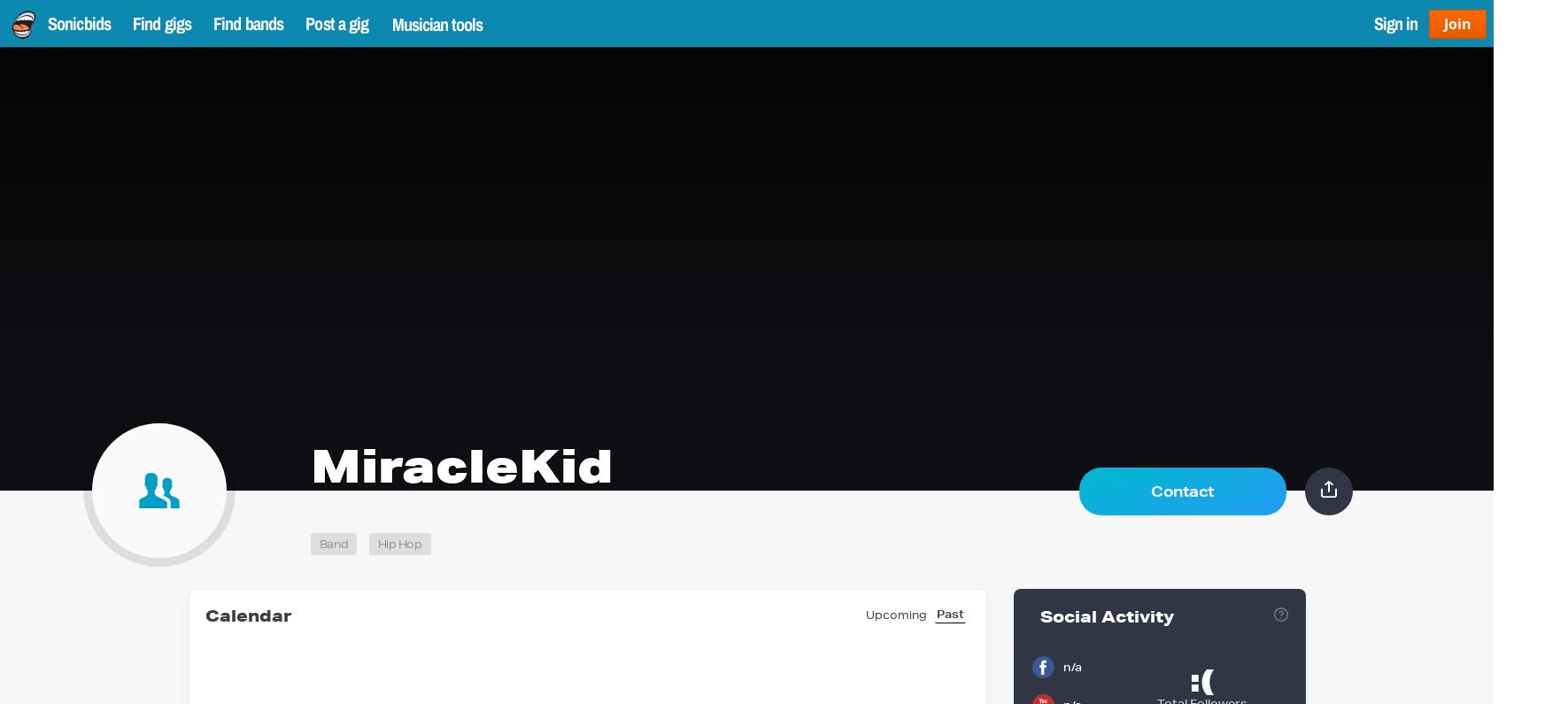  Describe the element at coordinates (204, 615) in the screenshot. I see `'Calendar'` at that location.